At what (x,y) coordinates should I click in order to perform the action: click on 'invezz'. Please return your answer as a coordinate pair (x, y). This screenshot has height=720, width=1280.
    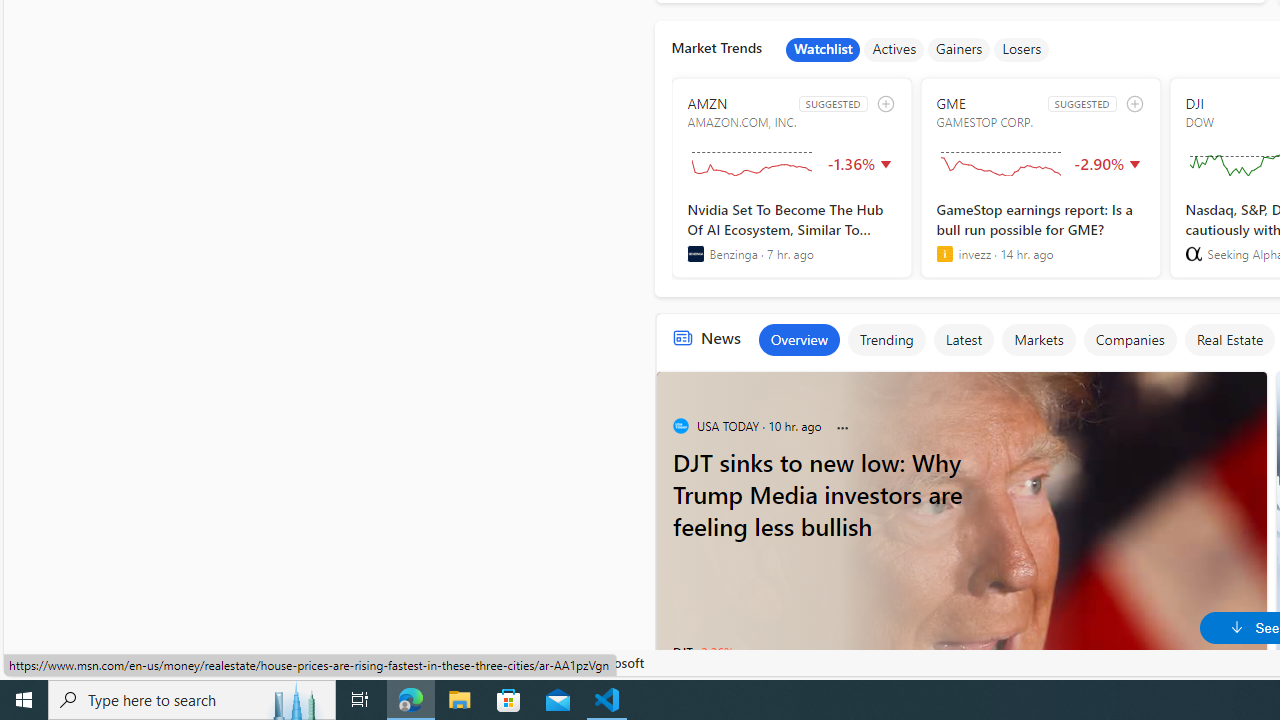
    Looking at the image, I should click on (943, 253).